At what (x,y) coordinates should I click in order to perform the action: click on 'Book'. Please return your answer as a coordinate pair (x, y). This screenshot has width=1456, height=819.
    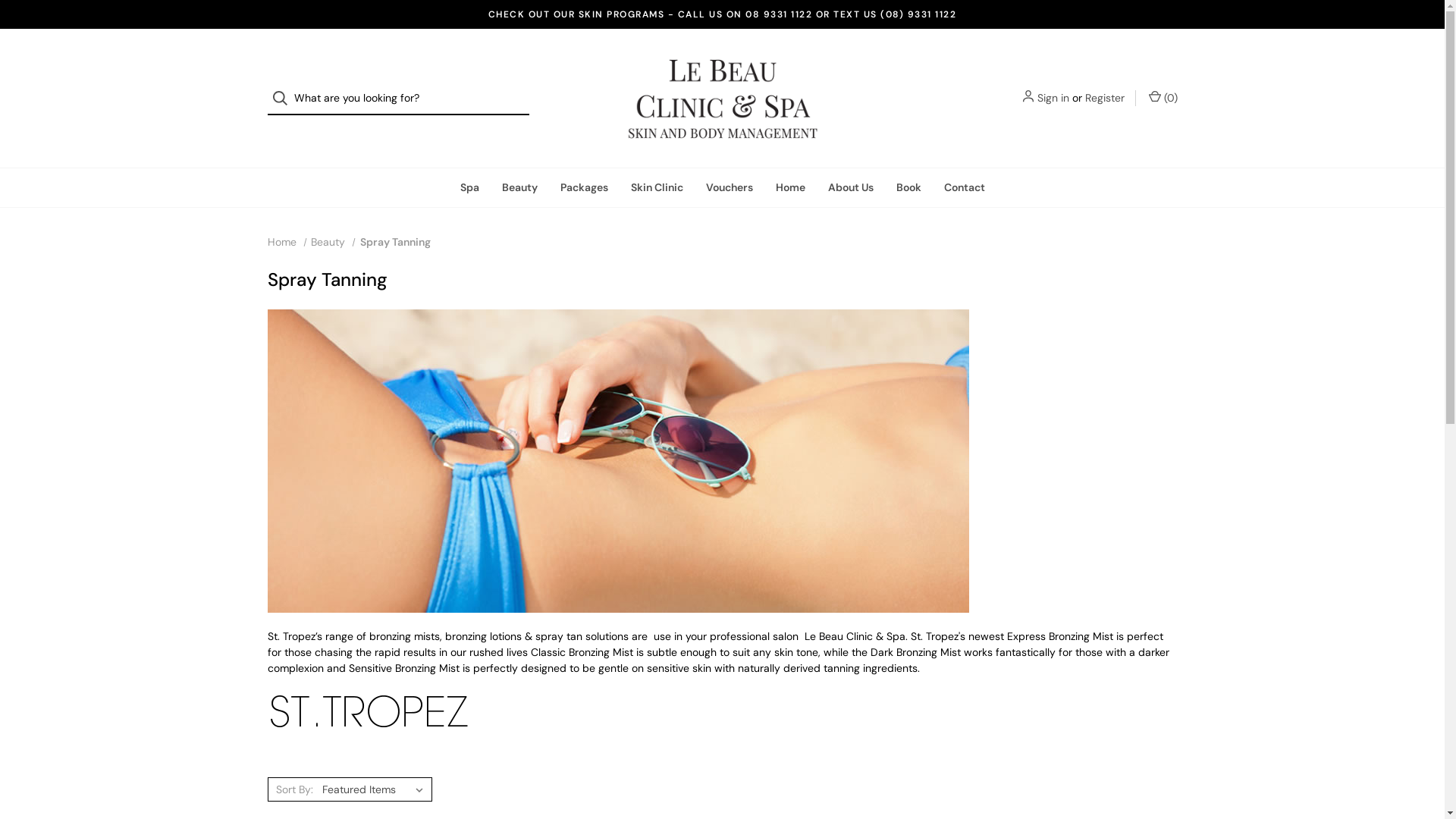
    Looking at the image, I should click on (908, 187).